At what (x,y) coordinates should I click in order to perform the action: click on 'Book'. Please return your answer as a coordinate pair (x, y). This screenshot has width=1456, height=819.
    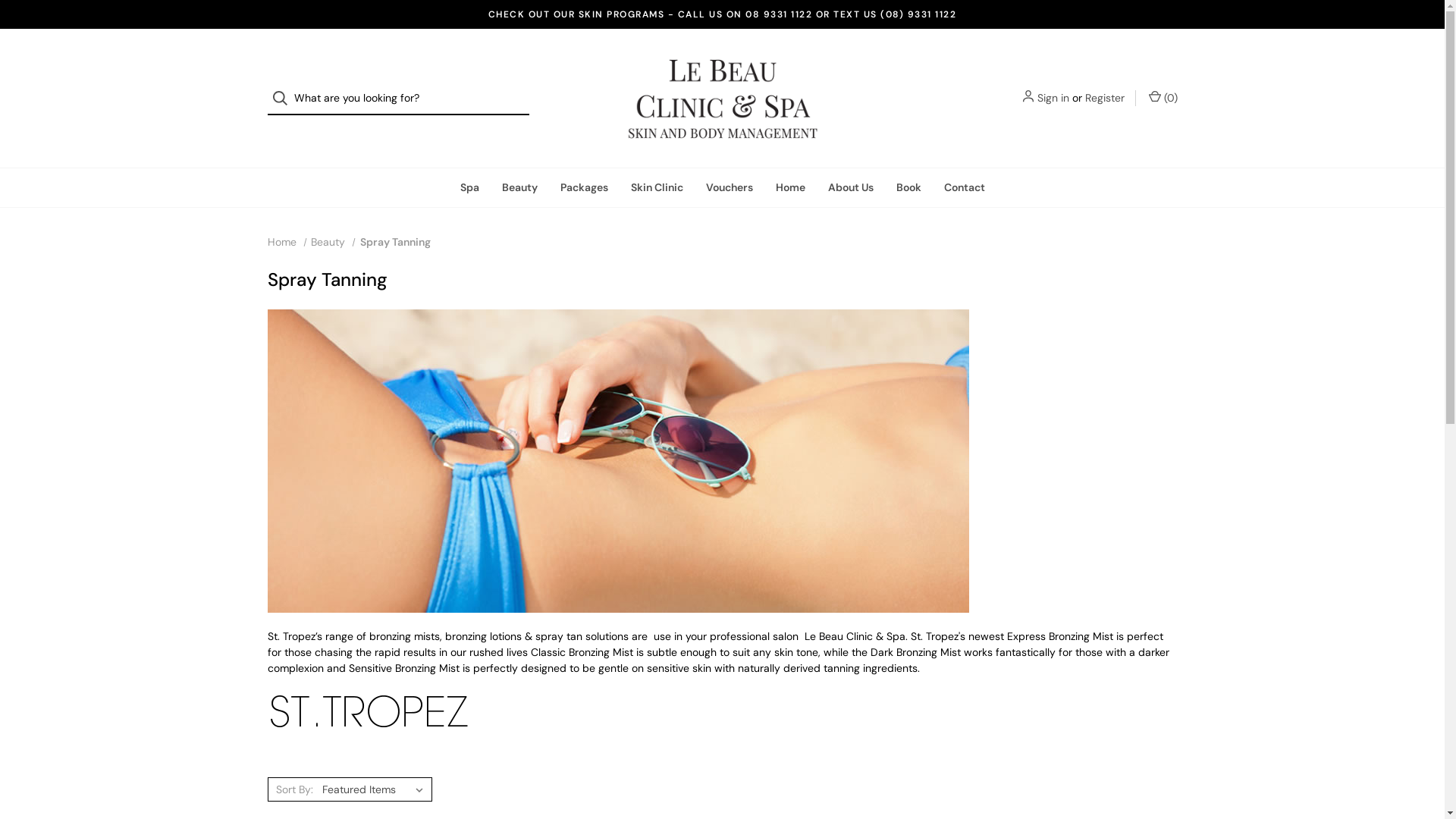
    Looking at the image, I should click on (908, 187).